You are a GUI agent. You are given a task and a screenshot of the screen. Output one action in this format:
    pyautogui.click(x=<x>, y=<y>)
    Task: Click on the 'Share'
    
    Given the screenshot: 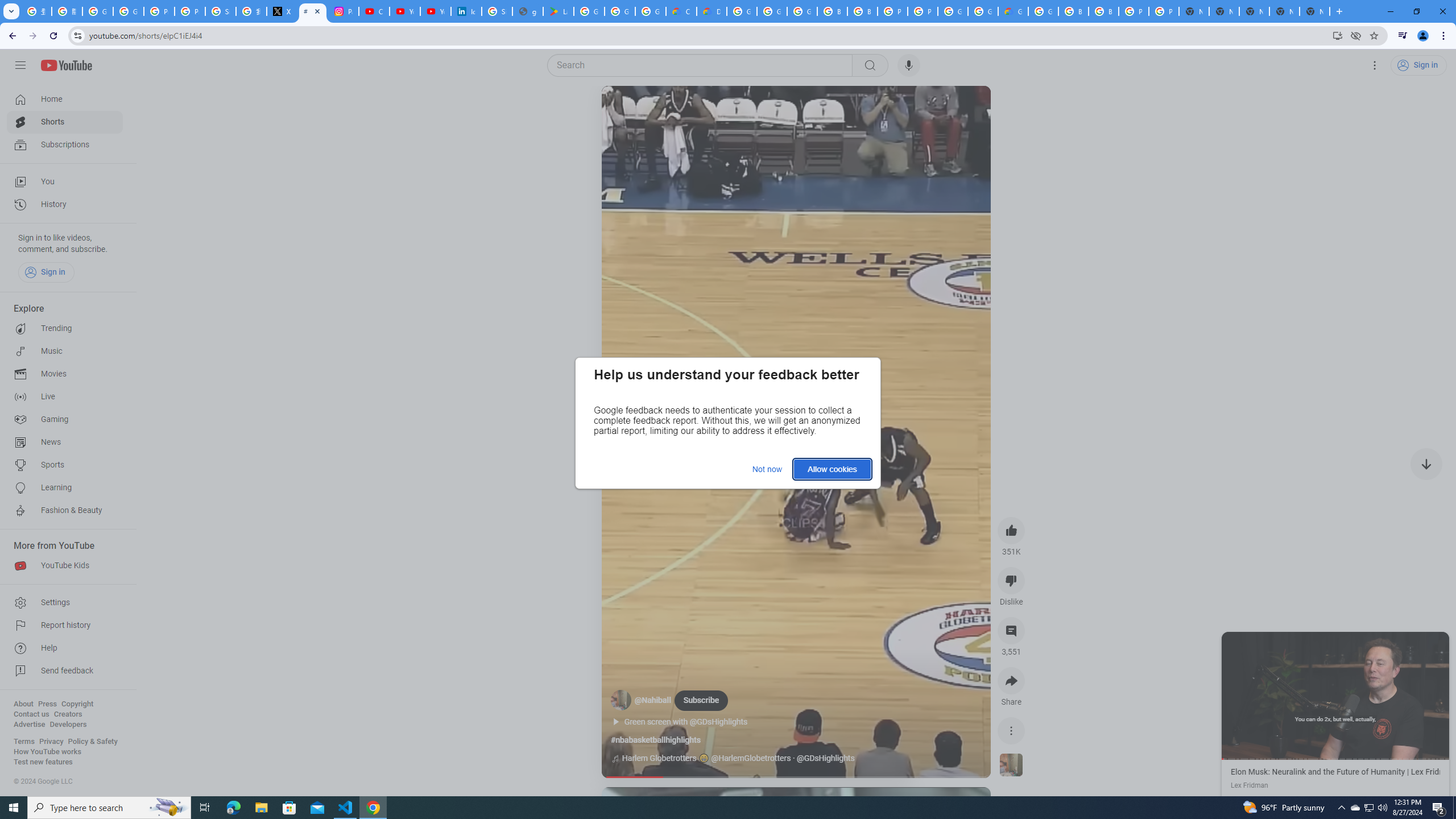 What is the action you would take?
    pyautogui.click(x=1011, y=680)
    